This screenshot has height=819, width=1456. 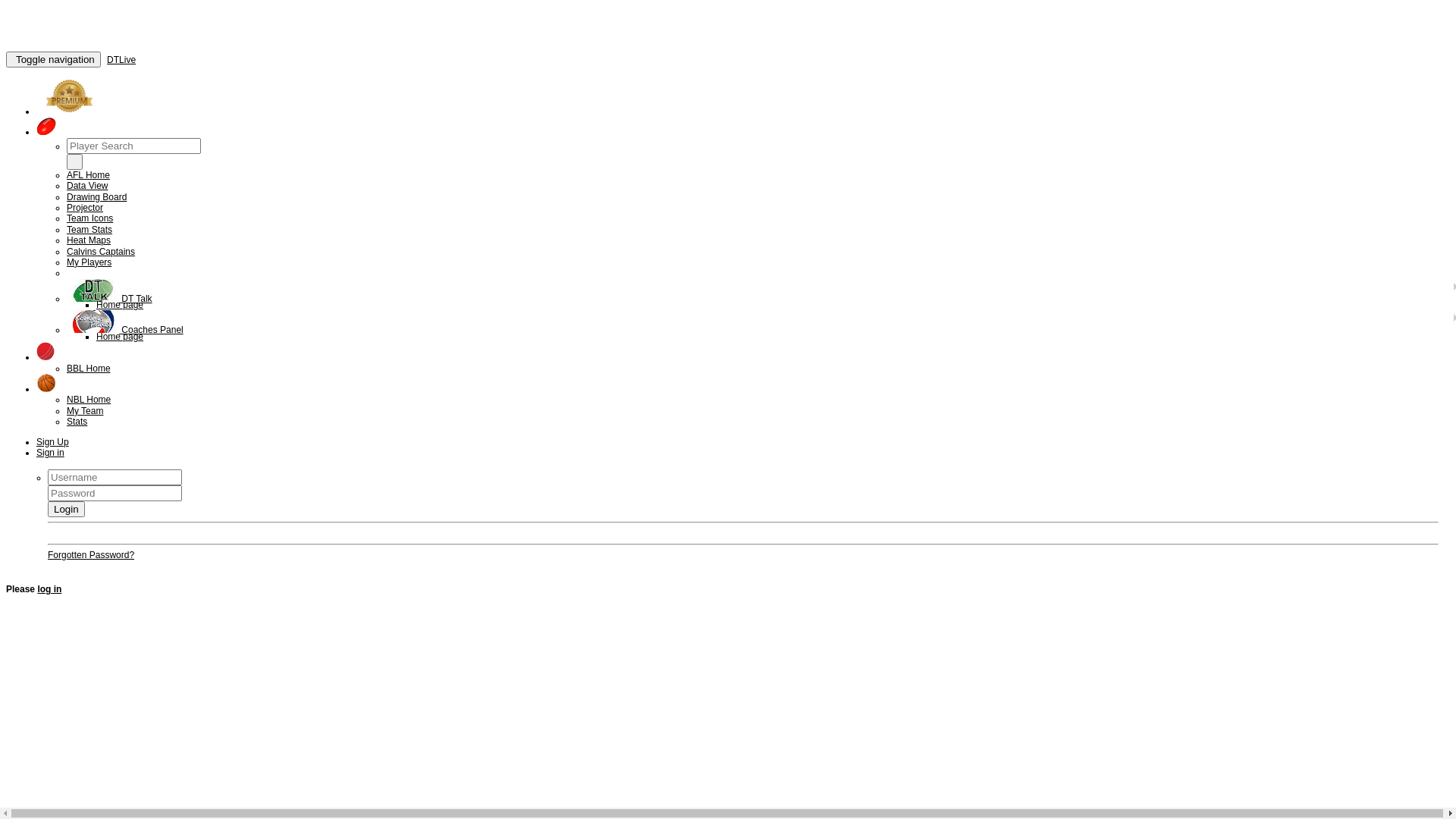 What do you see at coordinates (65, 218) in the screenshot?
I see `'Team Icons'` at bounding box center [65, 218].